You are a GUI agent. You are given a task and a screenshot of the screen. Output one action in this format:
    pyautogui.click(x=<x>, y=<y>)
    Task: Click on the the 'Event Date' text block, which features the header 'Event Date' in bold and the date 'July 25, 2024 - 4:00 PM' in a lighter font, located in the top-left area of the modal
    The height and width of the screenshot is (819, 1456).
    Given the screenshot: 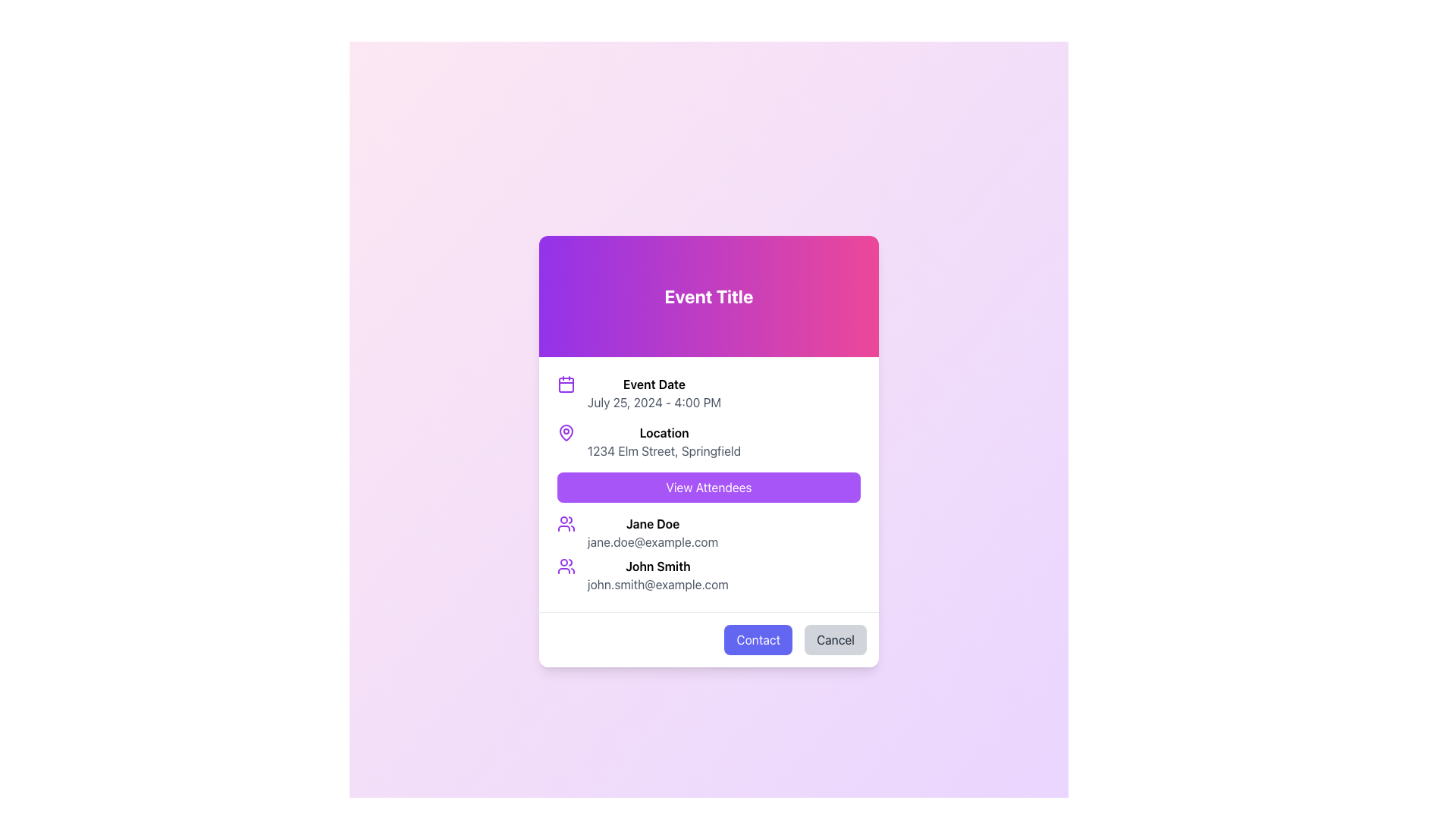 What is the action you would take?
    pyautogui.click(x=654, y=392)
    